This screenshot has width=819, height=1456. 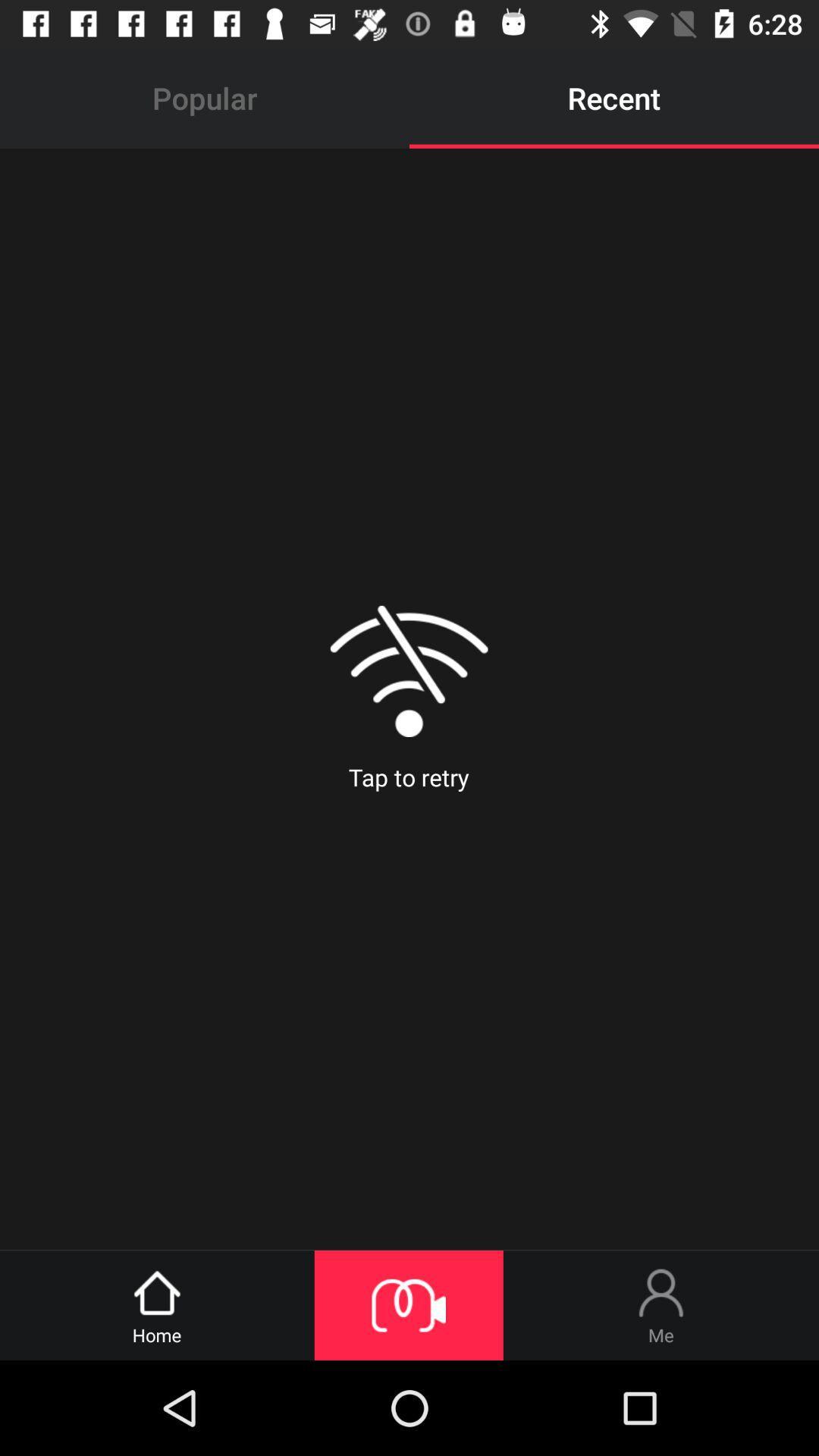 I want to click on item below popular item, so click(x=408, y=698).